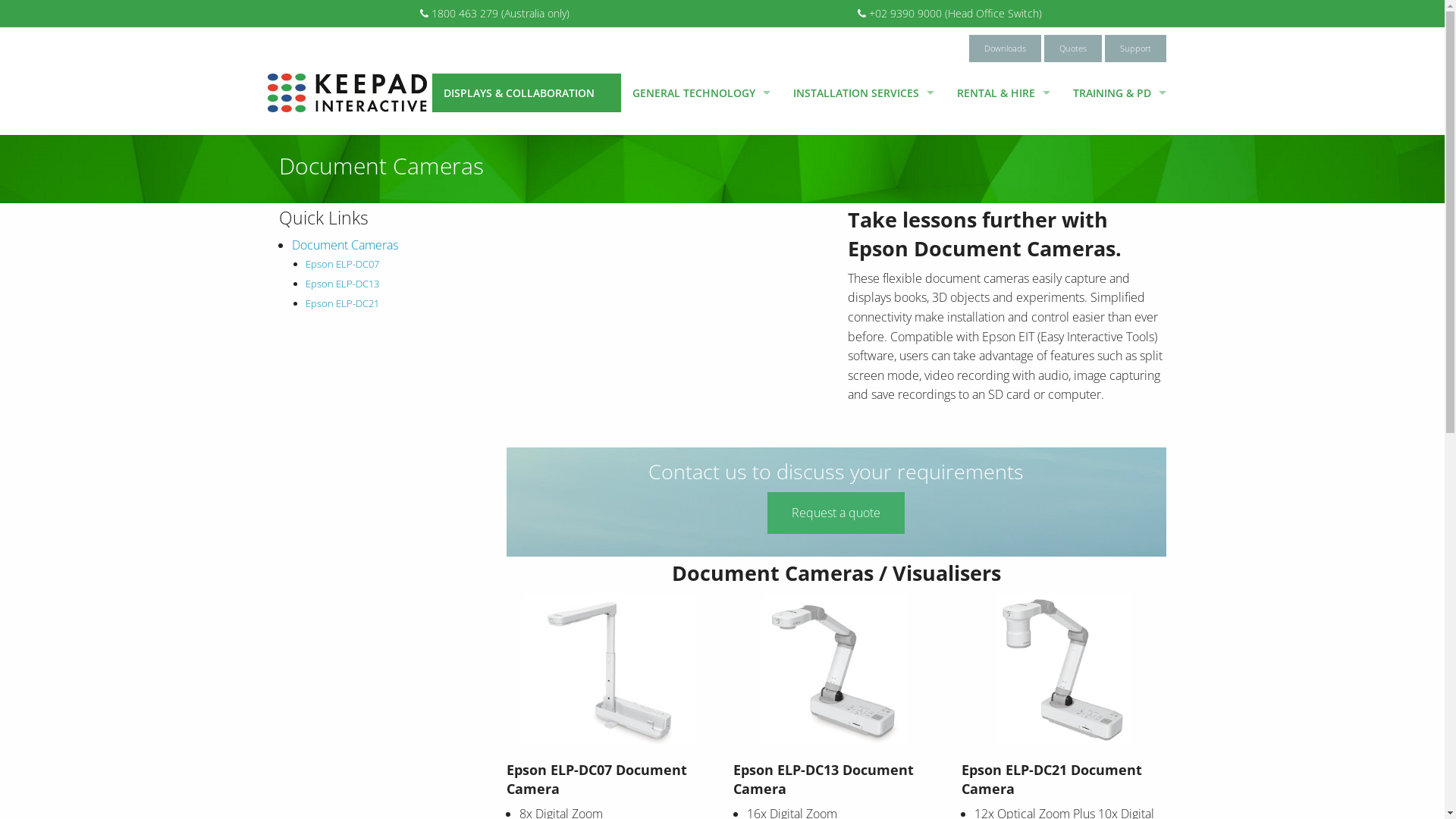 This screenshot has width=1456, height=819. Describe the element at coordinates (1072, 48) in the screenshot. I see `'Quotes'` at that location.